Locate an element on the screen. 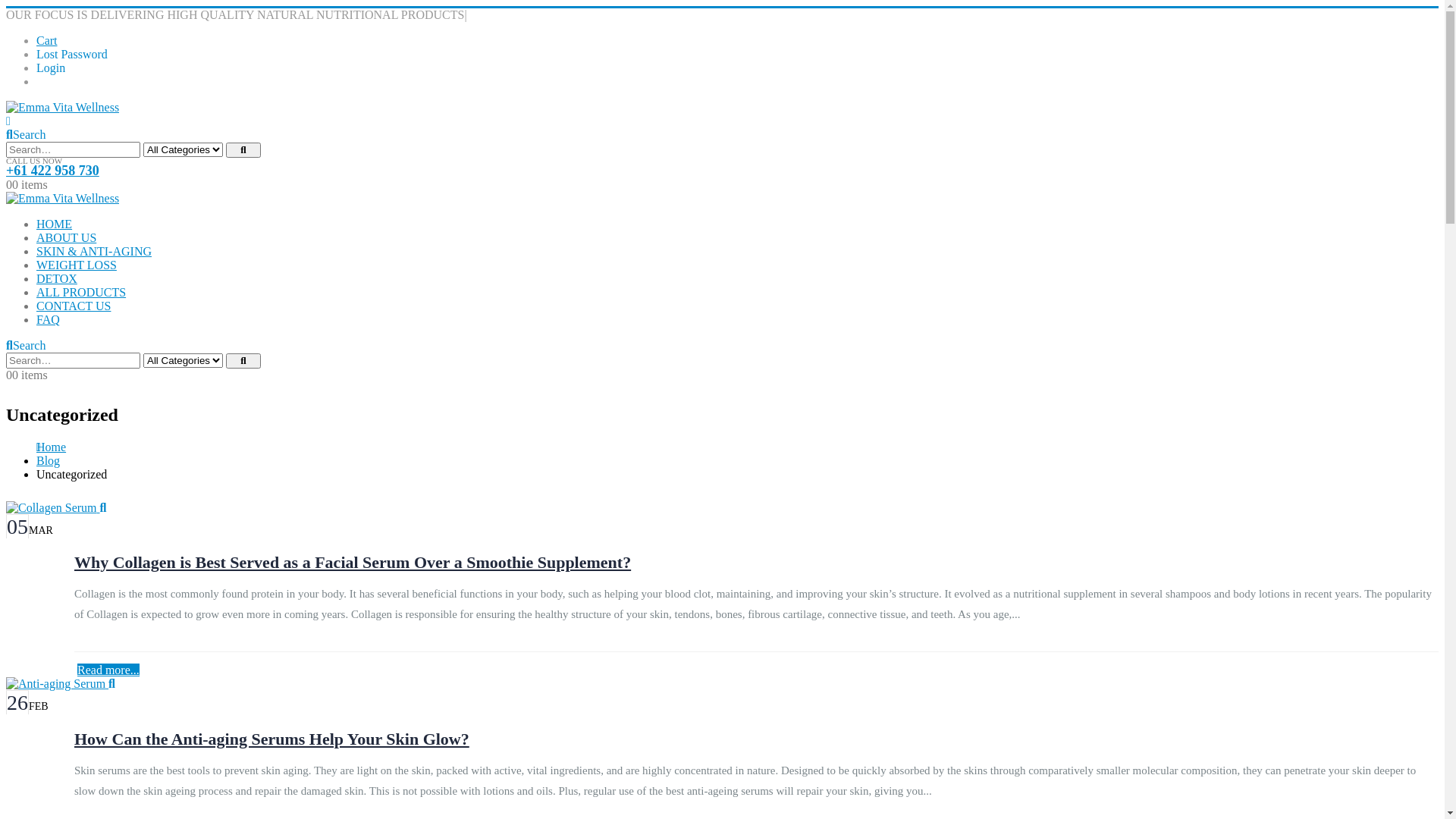  'Search' is located at coordinates (243, 360).